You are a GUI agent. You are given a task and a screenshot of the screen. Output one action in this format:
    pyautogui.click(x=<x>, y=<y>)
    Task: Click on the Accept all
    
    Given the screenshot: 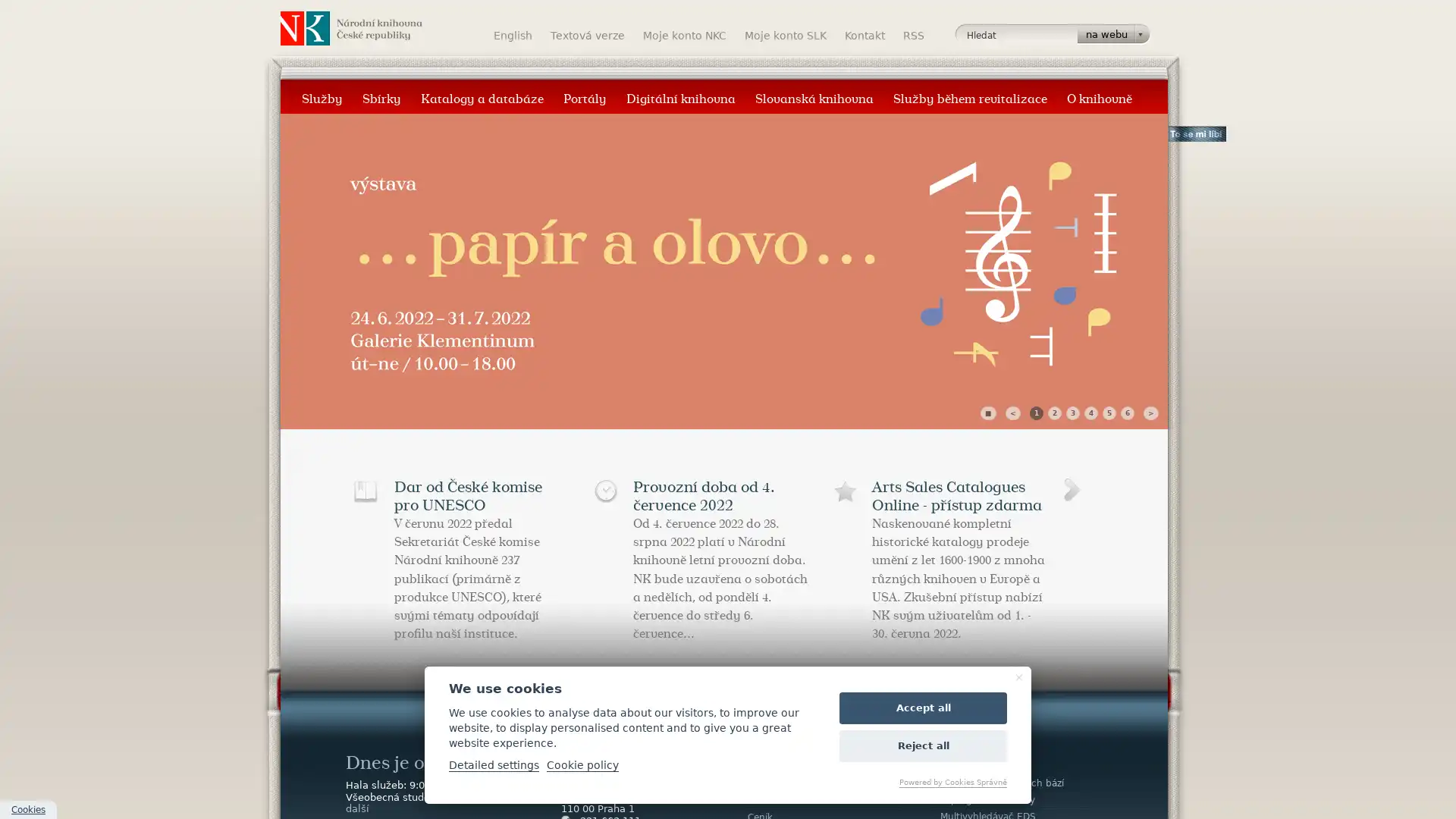 What is the action you would take?
    pyautogui.click(x=922, y=708)
    